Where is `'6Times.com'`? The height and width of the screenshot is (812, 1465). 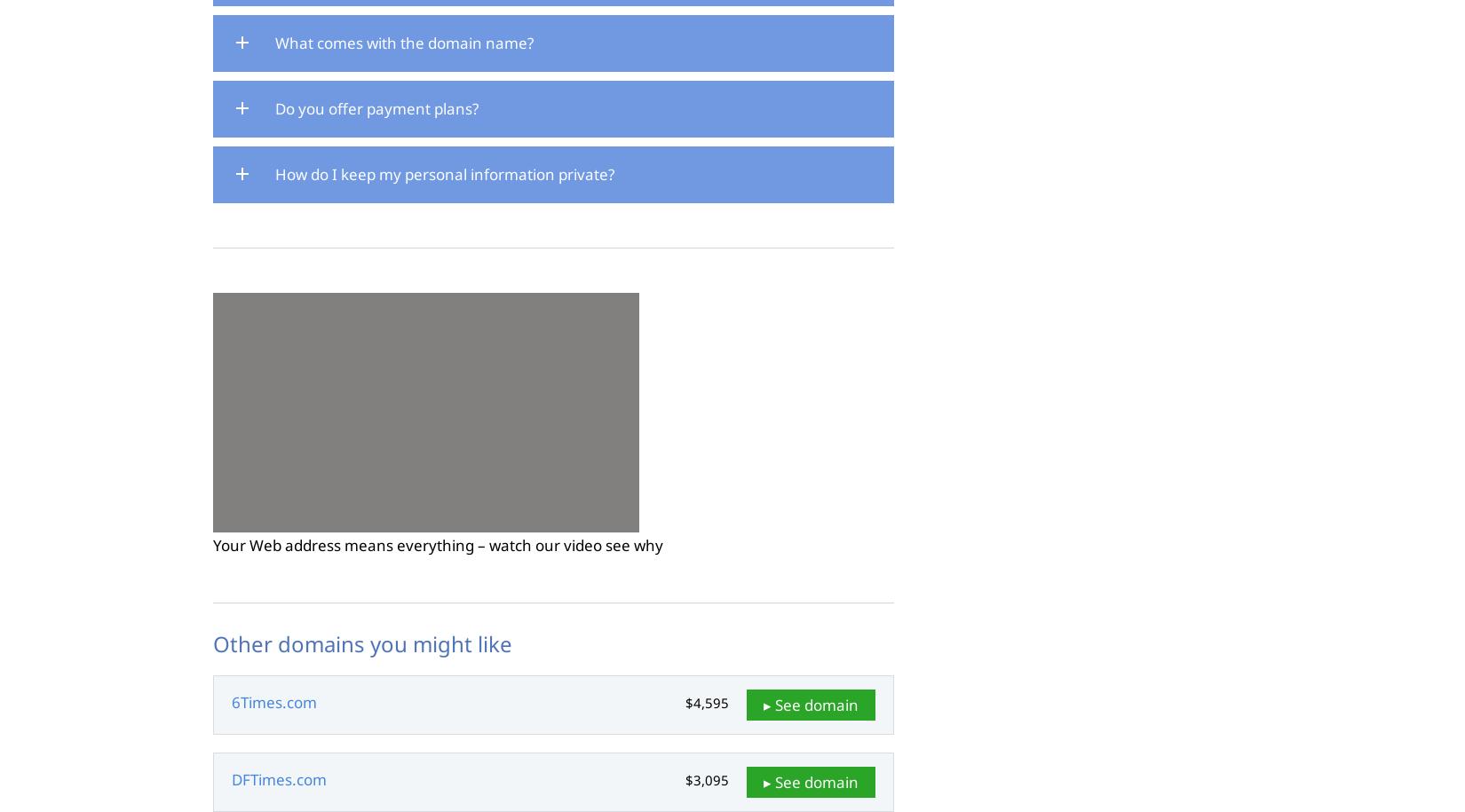 '6Times.com' is located at coordinates (274, 701).